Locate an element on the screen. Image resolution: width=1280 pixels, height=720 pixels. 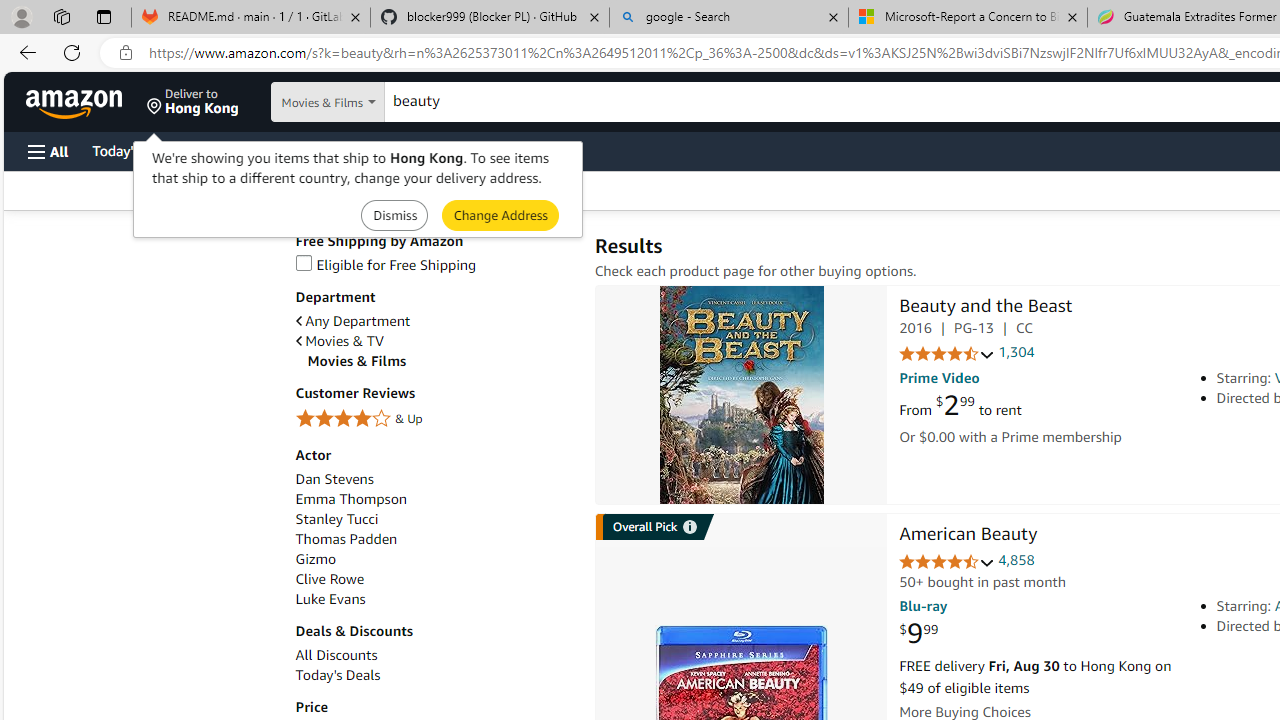
'4.6 out of 5 stars' is located at coordinates (946, 562).